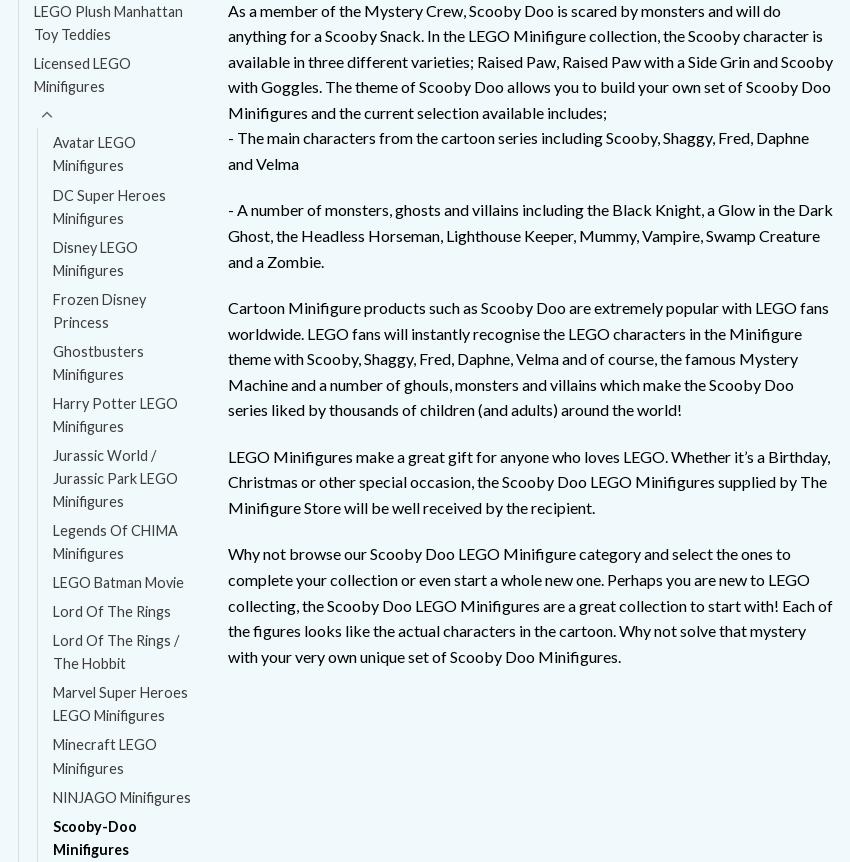 The image size is (850, 862). I want to click on 'Frozen Disney Princess', so click(98, 309).